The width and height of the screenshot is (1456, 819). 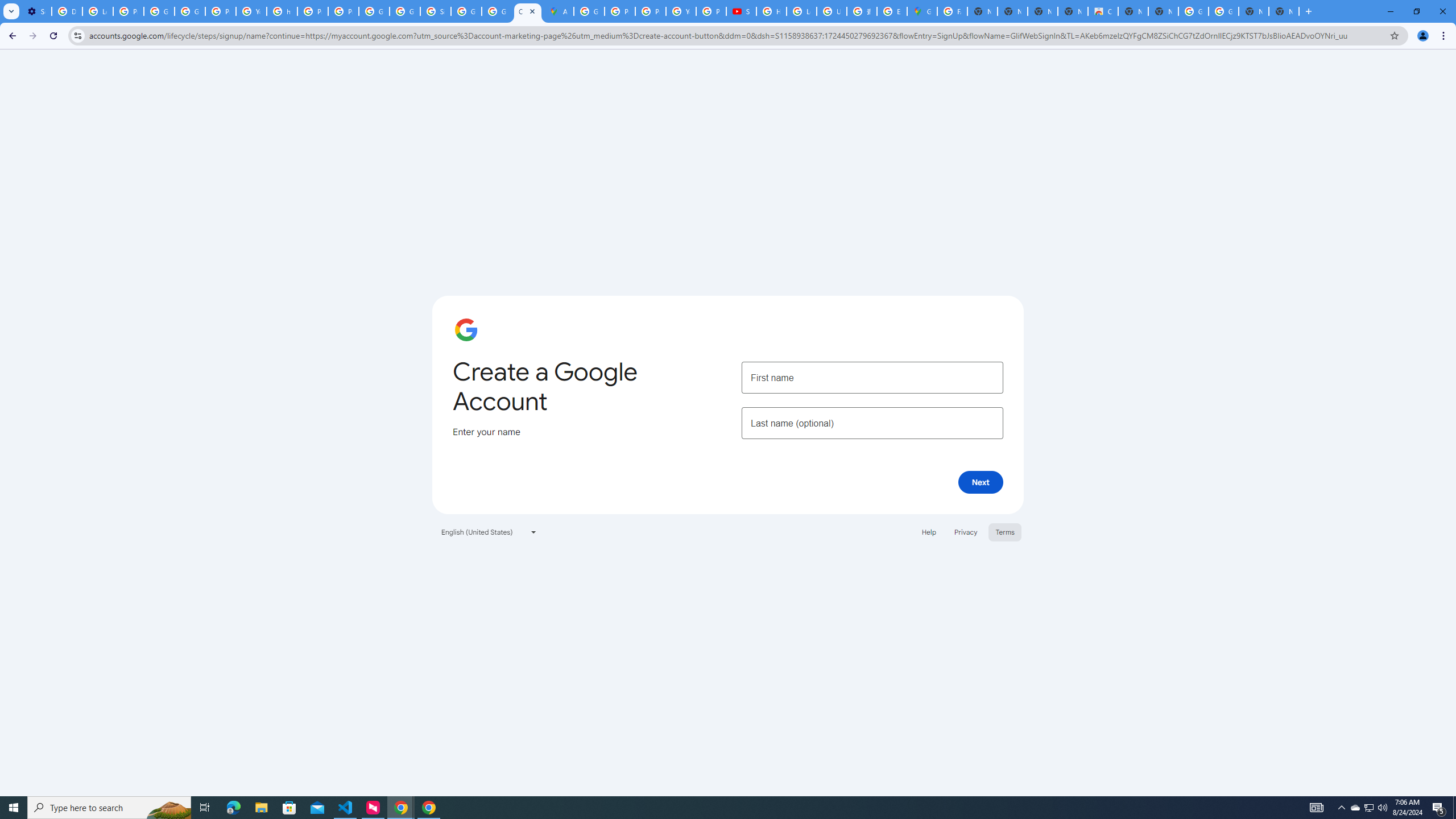 What do you see at coordinates (871, 377) in the screenshot?
I see `'First name'` at bounding box center [871, 377].